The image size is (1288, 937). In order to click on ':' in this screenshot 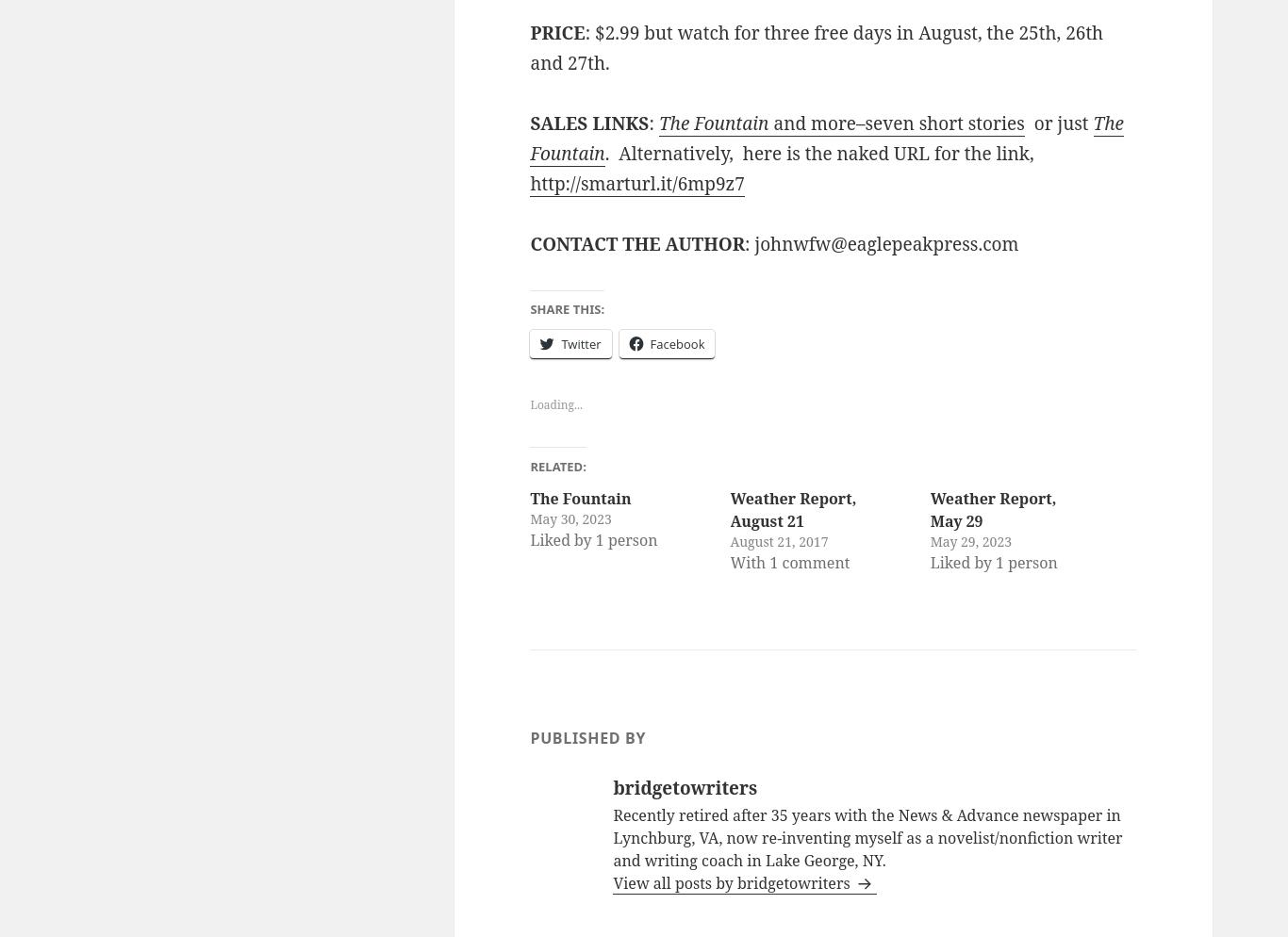, I will do `click(652, 123)`.